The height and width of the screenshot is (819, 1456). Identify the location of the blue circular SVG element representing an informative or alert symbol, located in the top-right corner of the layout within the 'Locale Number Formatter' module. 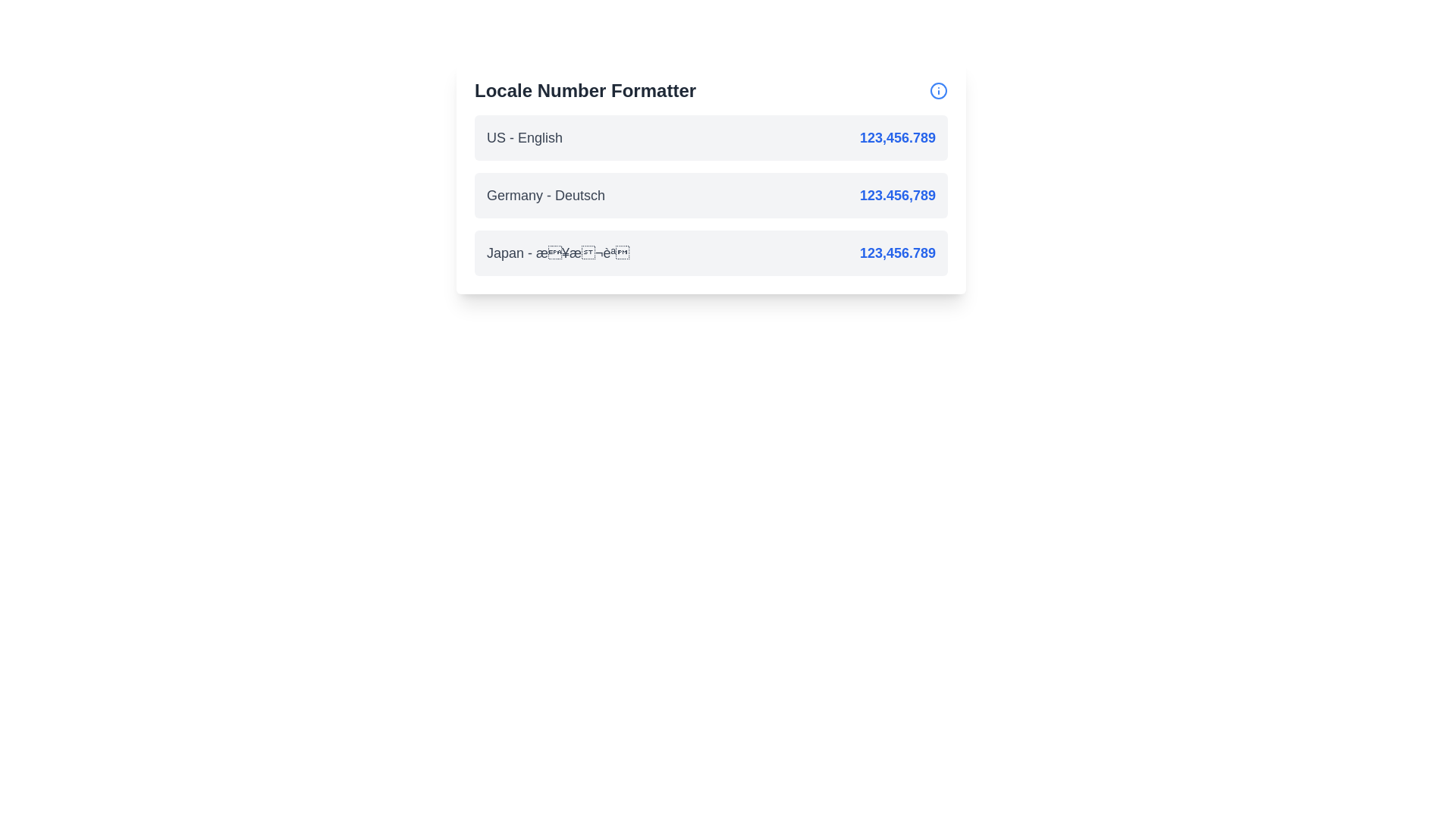
(938, 90).